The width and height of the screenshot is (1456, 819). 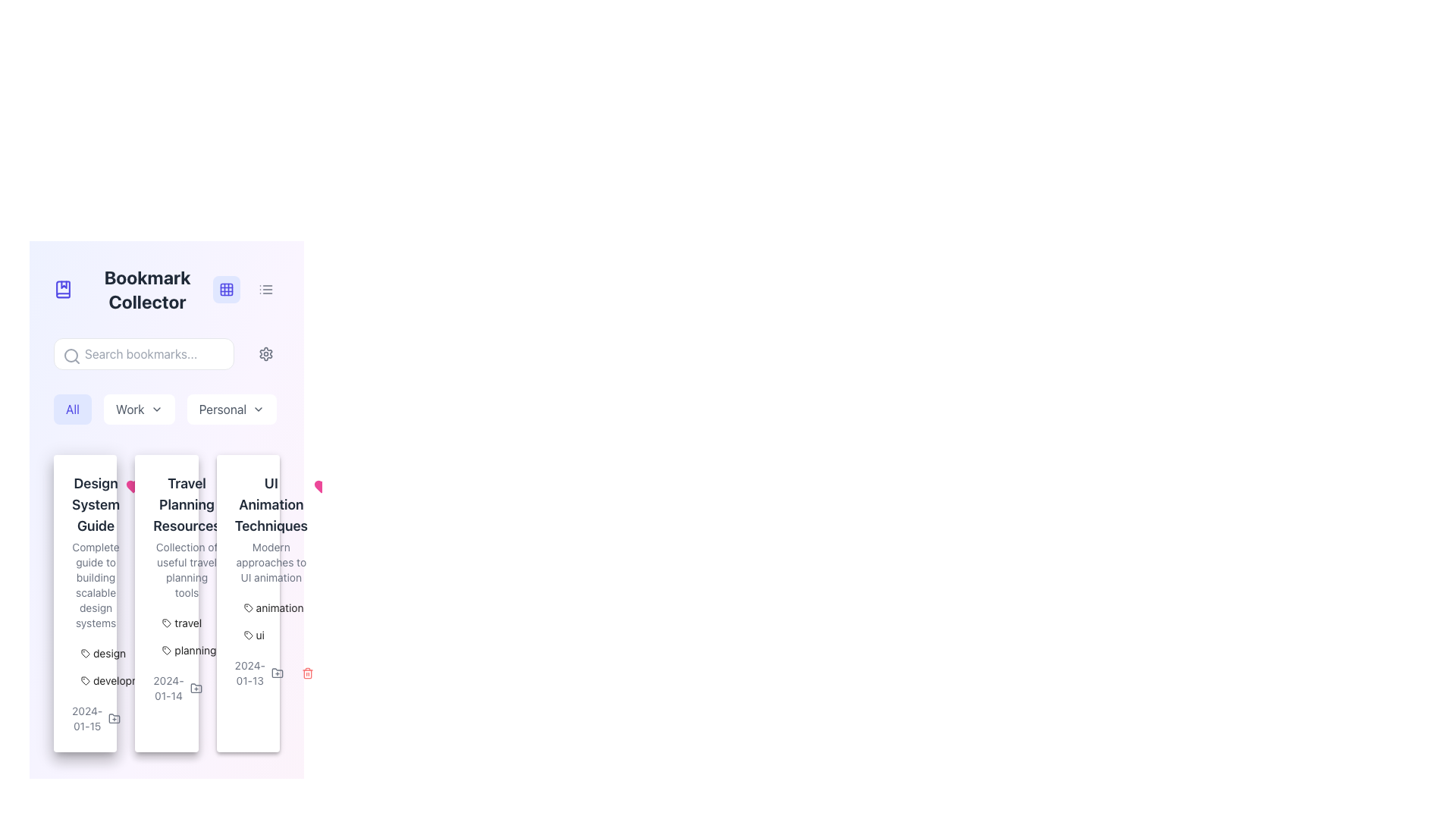 What do you see at coordinates (147, 289) in the screenshot?
I see `the text label 'Bookmark Collector' which serves as the title or header for the current interface` at bounding box center [147, 289].